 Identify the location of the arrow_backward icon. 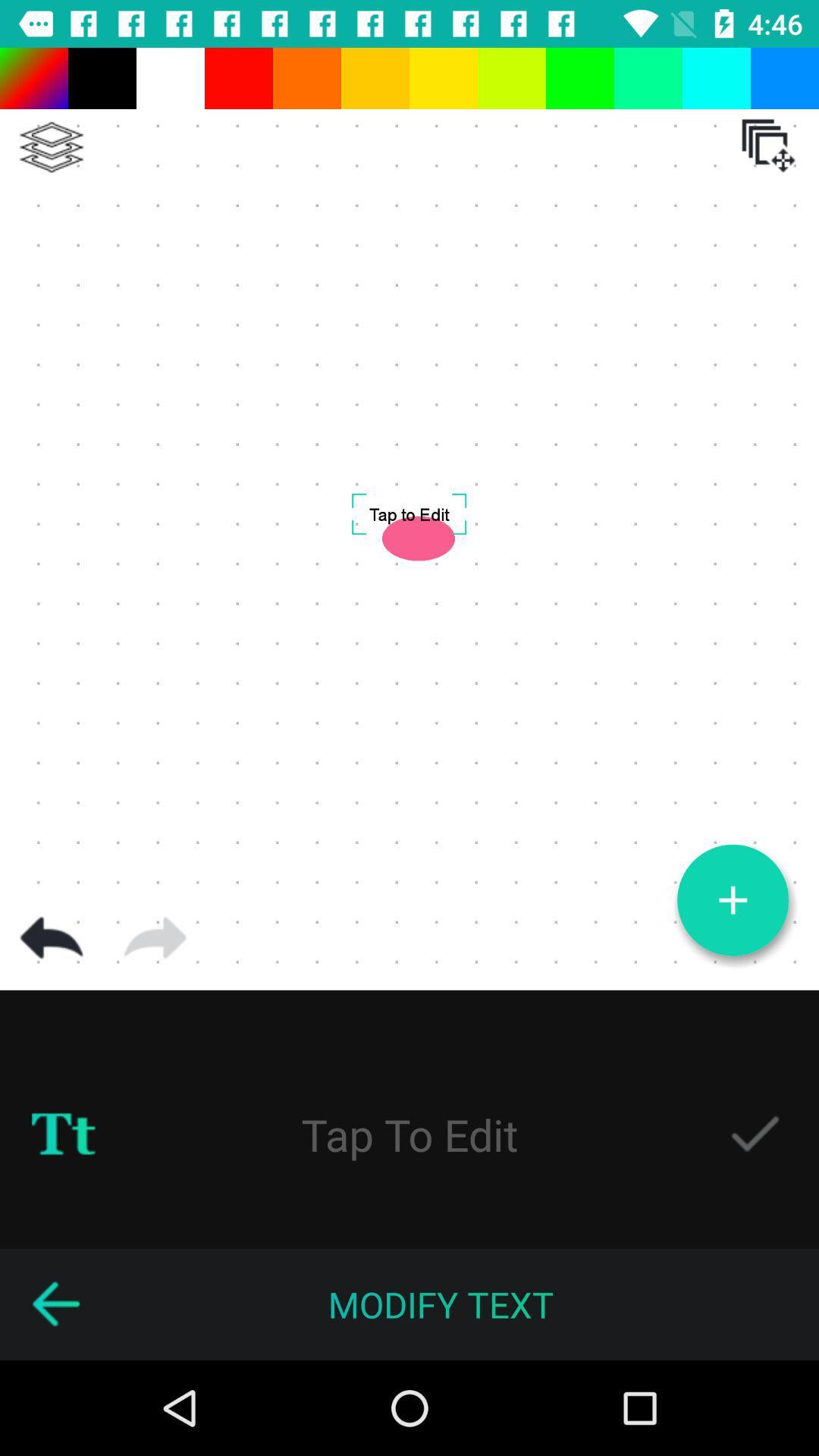
(55, 1304).